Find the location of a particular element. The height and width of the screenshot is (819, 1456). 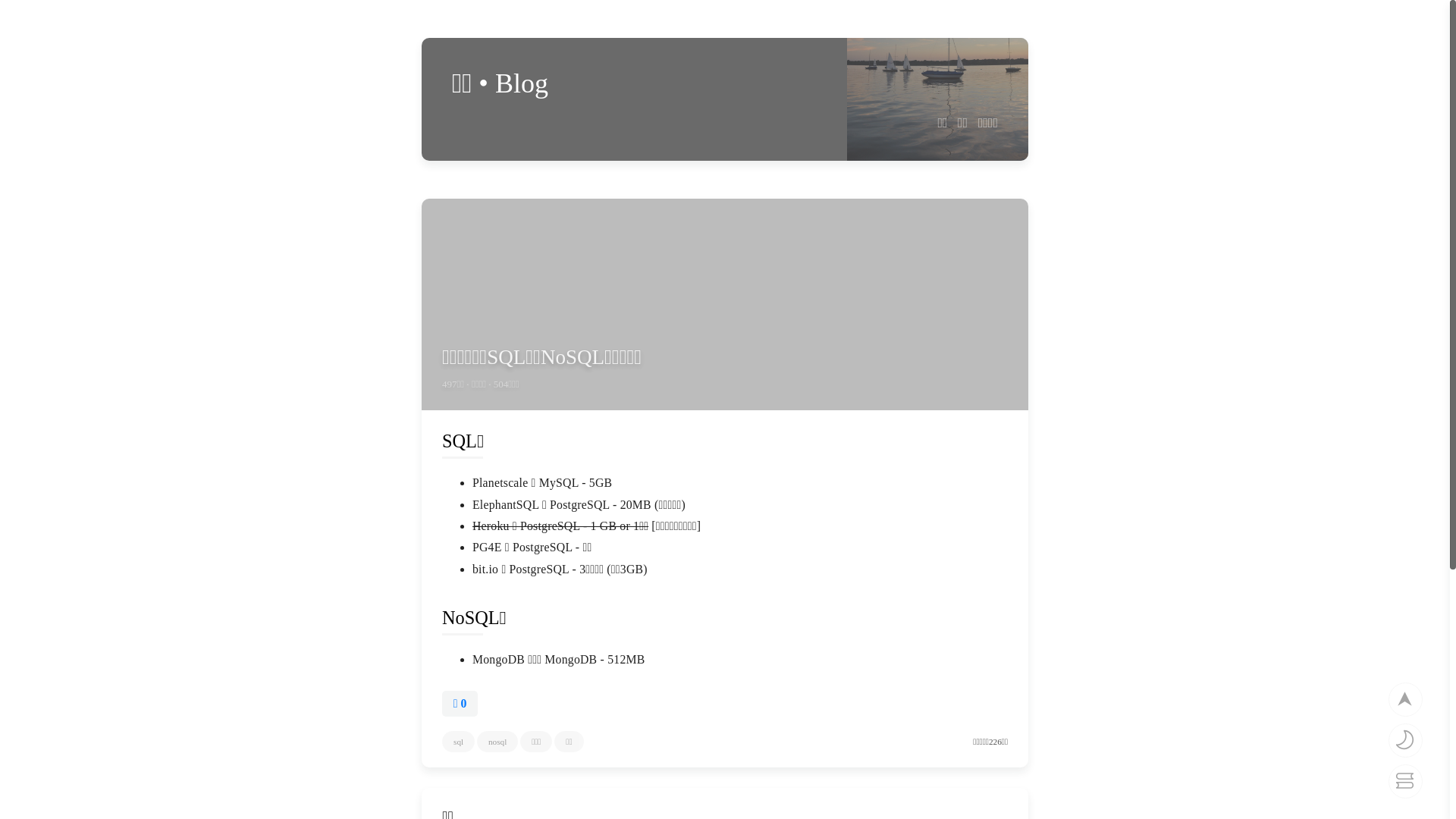

'nosql' is located at coordinates (497, 741).